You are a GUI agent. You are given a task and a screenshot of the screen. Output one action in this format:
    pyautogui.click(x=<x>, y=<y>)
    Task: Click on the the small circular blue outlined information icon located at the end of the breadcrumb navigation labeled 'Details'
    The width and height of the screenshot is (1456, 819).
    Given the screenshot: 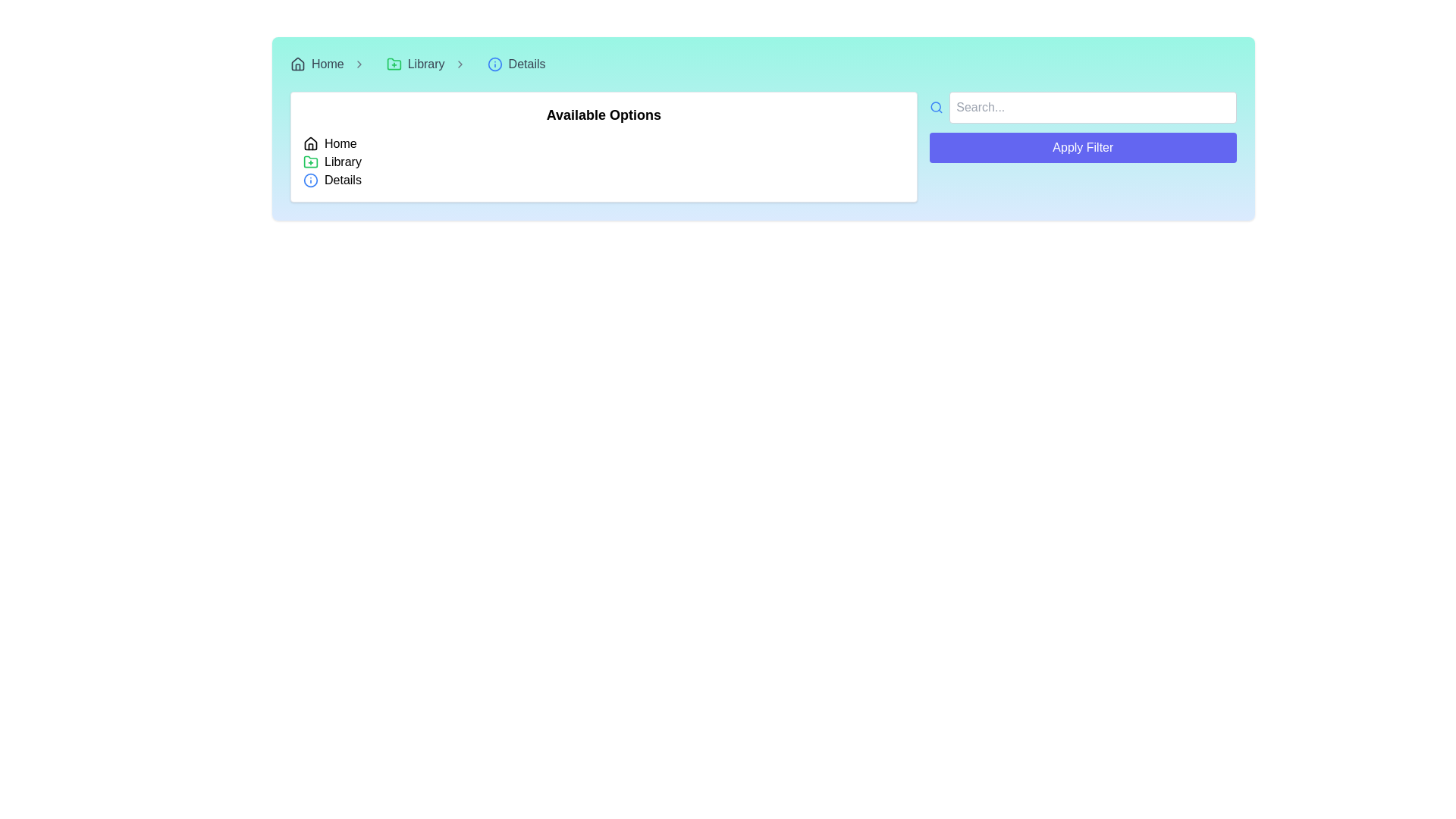 What is the action you would take?
    pyautogui.click(x=494, y=63)
    